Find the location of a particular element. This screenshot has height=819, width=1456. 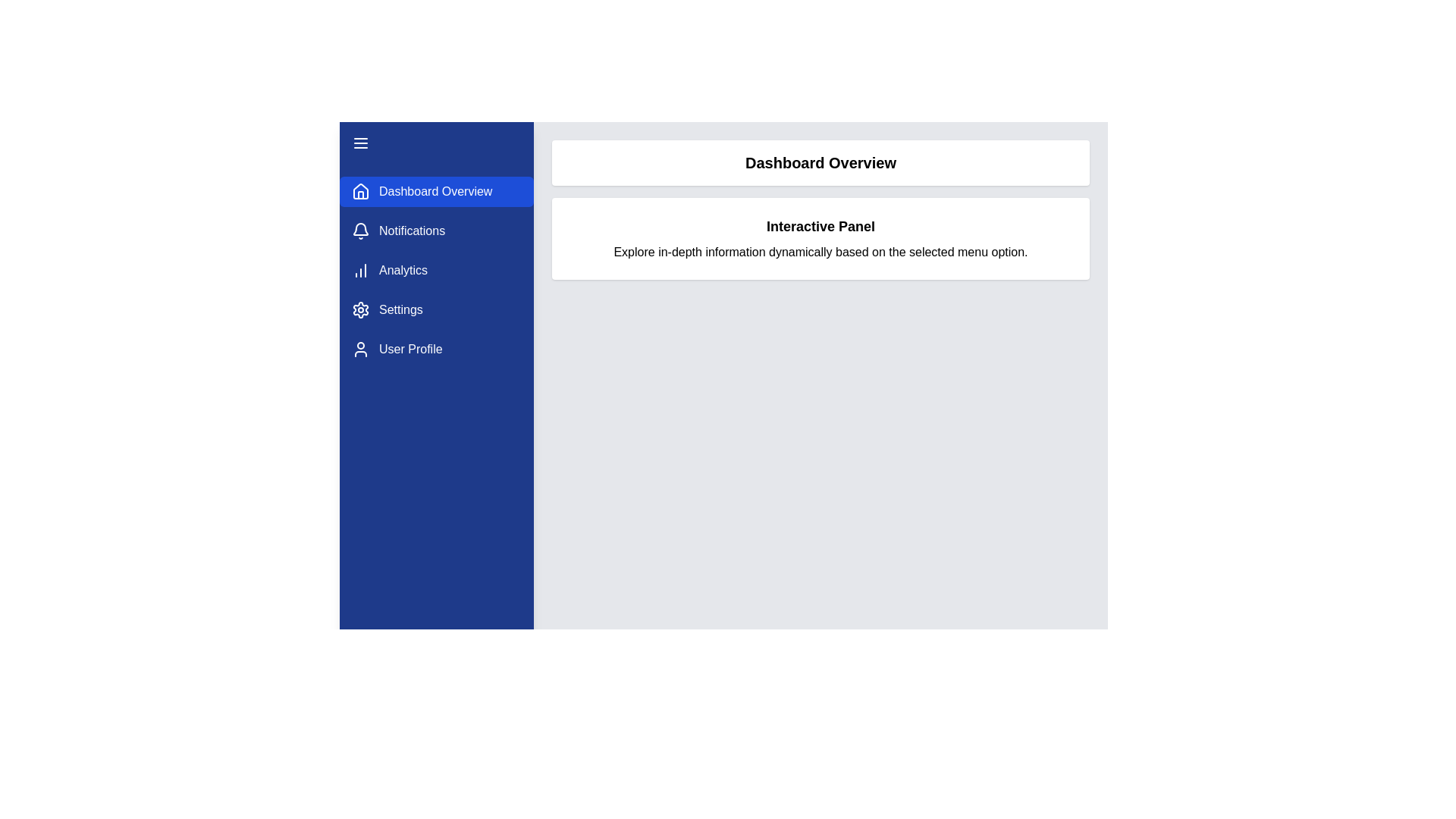

displayed text on the 'Interactive Panel' which contains the title 'Interactive Panel' and the descriptor message 'Explore in-depth information dynamically based on the selected menu option.' is located at coordinates (820, 239).